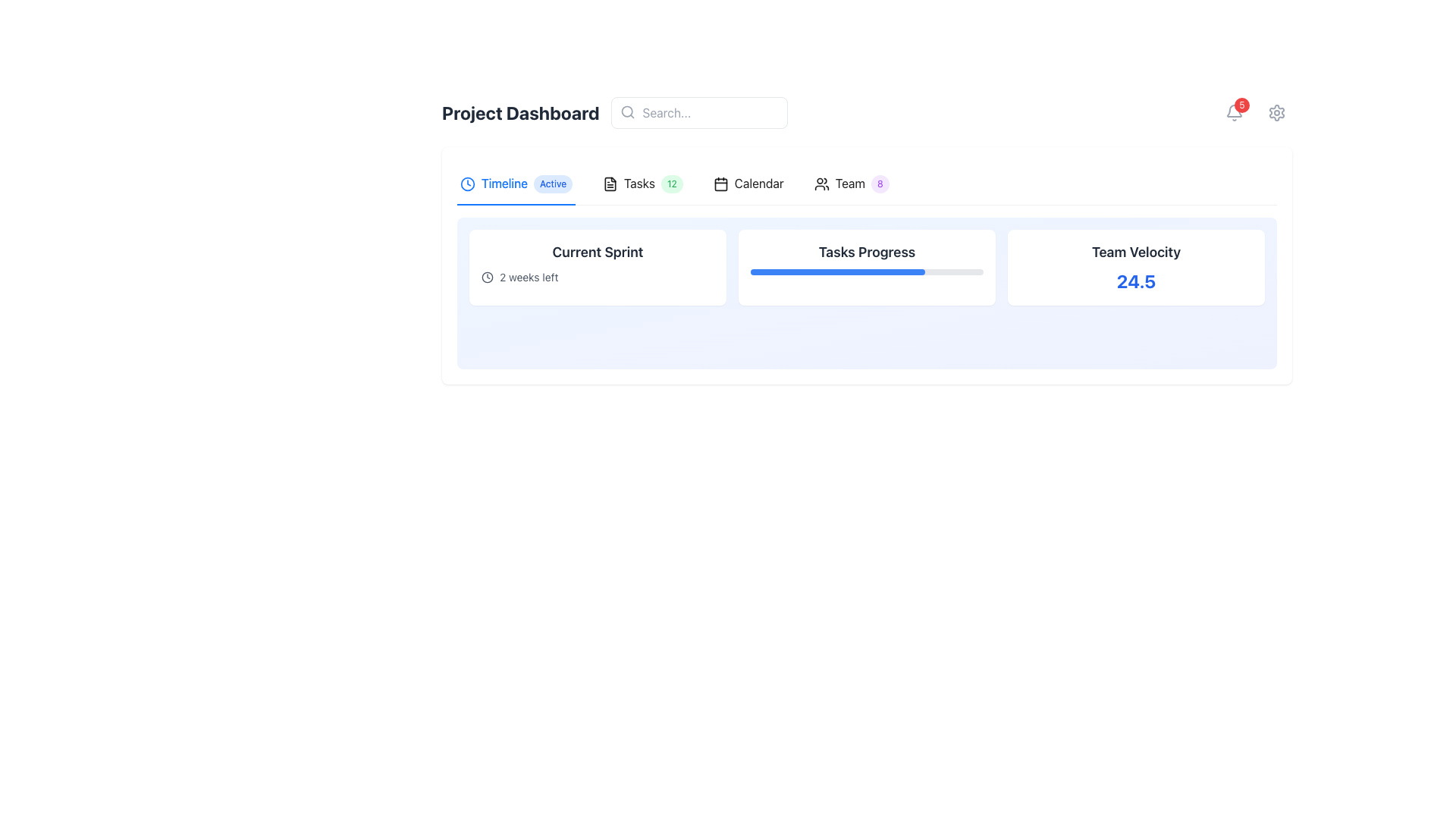 The image size is (1456, 819). Describe the element at coordinates (671, 183) in the screenshot. I see `the Badge with numeric data indicating the count of pending tasks in the top navigation bar, positioned next to the 'Tasks' label and icon` at that location.